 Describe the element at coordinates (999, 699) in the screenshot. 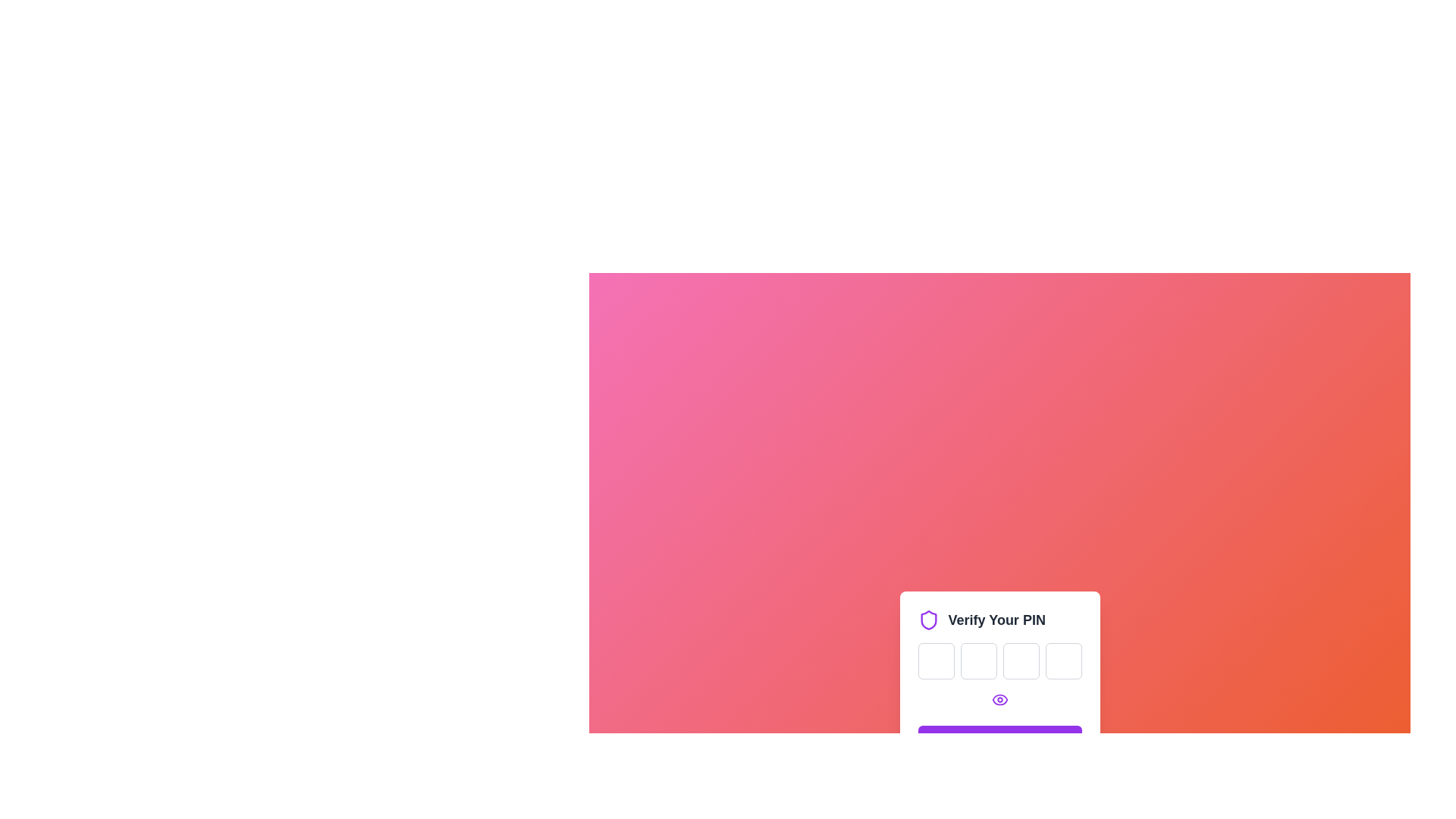

I see `the eye icon with a purple stroke in the PIN verification interface, located below the PIN input fields` at that location.